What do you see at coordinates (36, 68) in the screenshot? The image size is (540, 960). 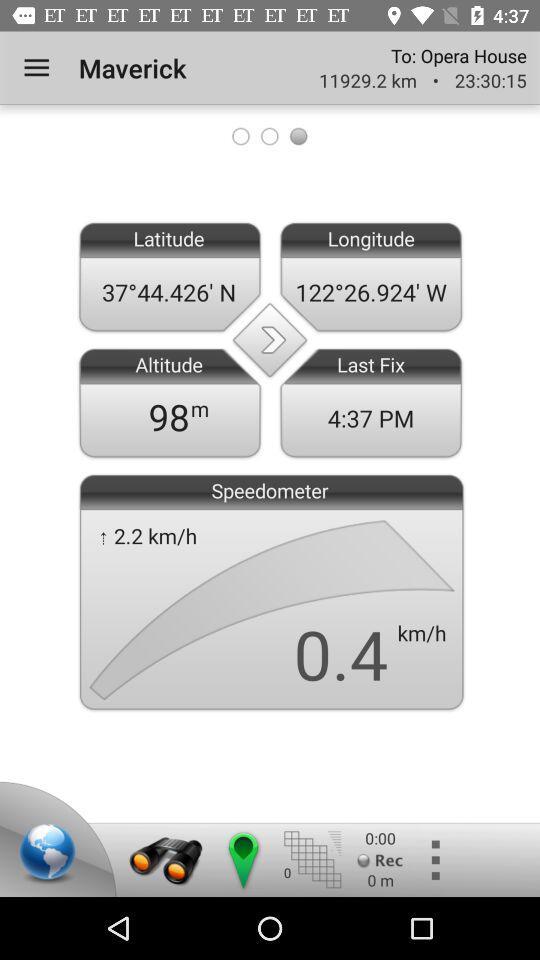 I see `the app to the left of maverick icon` at bounding box center [36, 68].